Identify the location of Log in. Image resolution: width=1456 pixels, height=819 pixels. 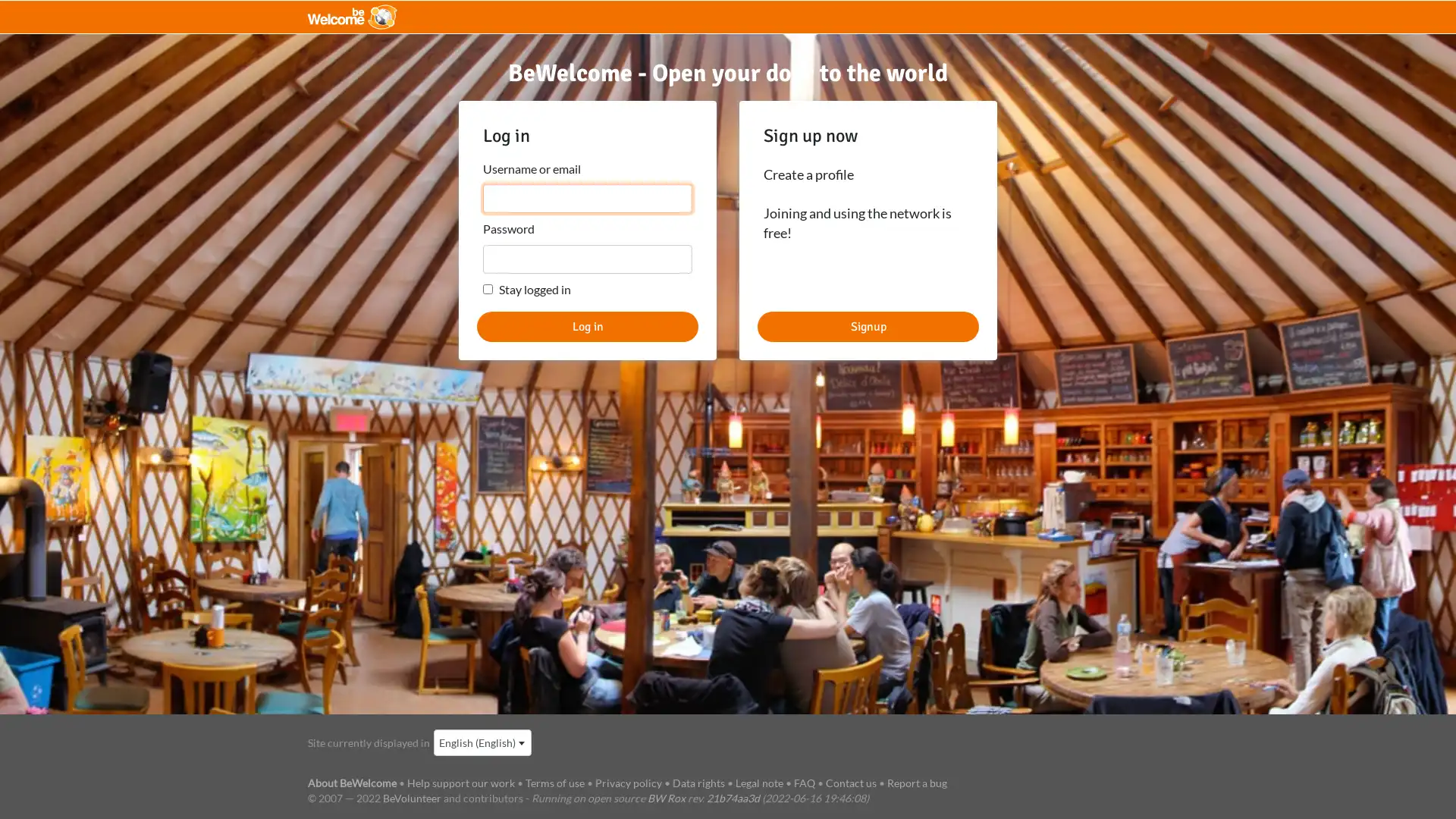
(586, 325).